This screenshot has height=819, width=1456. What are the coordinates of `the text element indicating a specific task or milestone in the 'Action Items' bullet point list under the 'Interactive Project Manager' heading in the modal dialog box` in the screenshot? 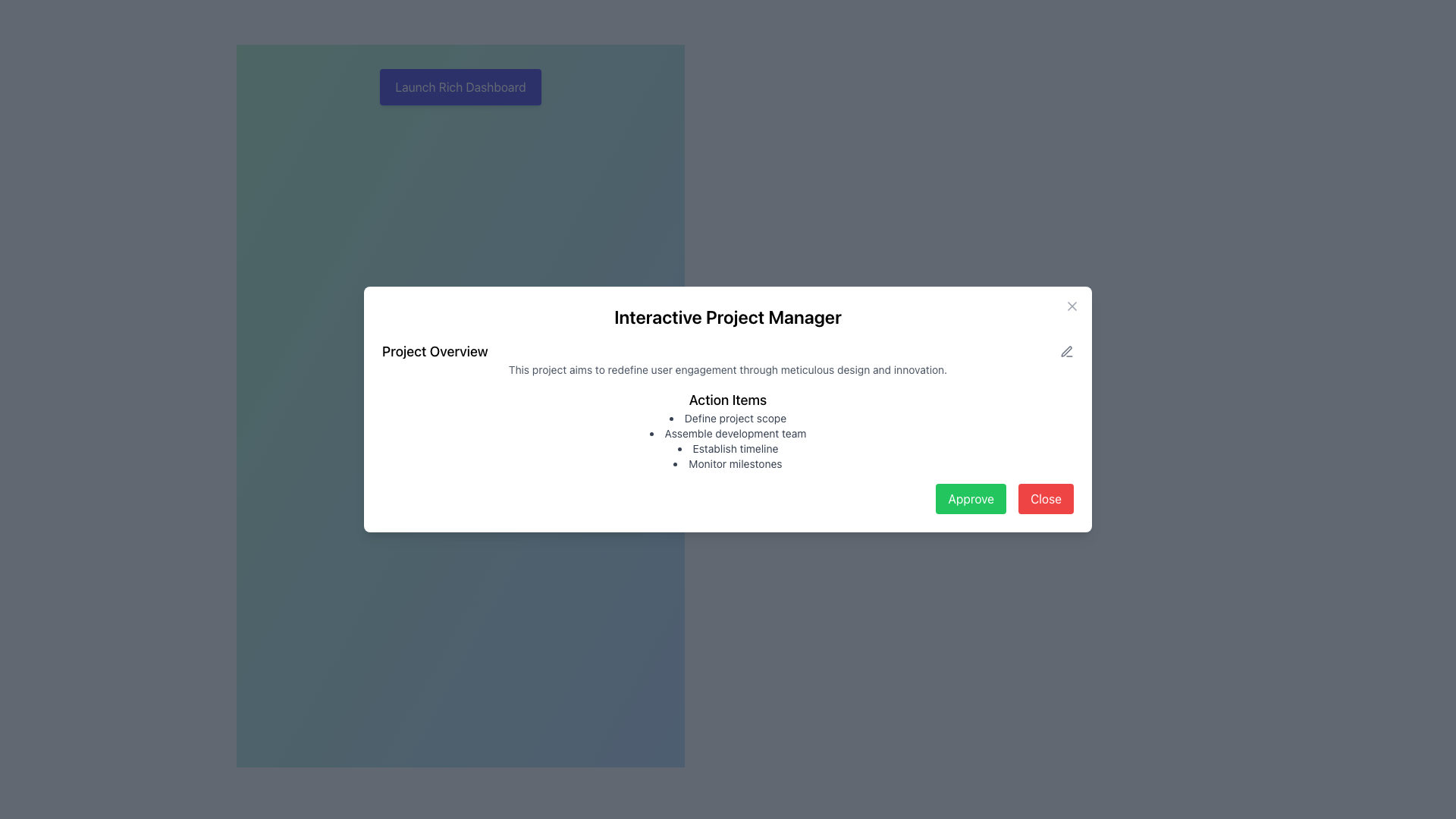 It's located at (728, 463).